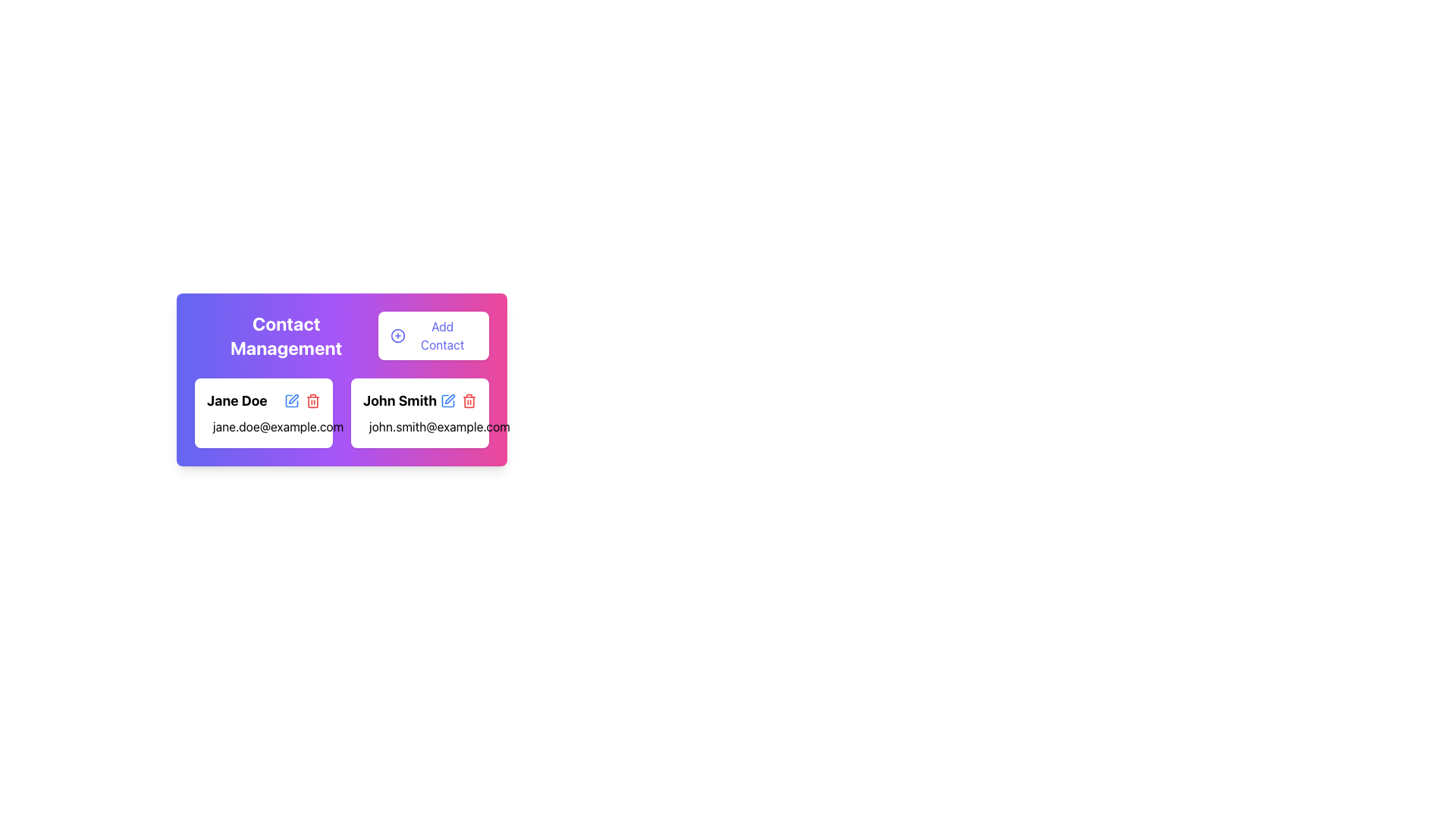 The width and height of the screenshot is (1456, 819). I want to click on the central trash can body icon, so click(469, 400).